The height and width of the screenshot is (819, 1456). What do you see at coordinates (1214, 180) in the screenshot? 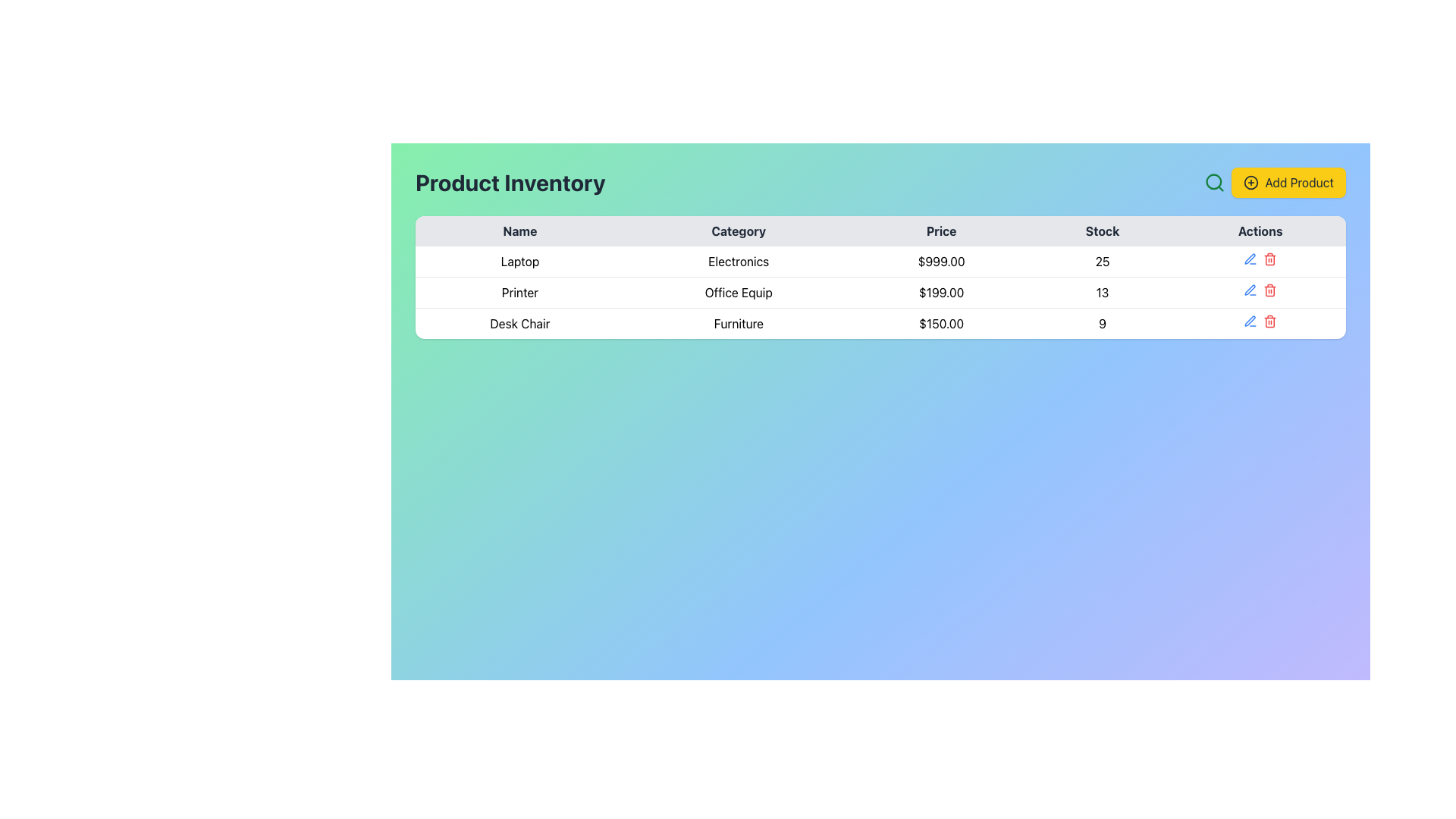
I see `the circular graphical icon resembling a magnifying glass, located to the left of the yellow 'Add Product' button in the header section` at bounding box center [1214, 180].